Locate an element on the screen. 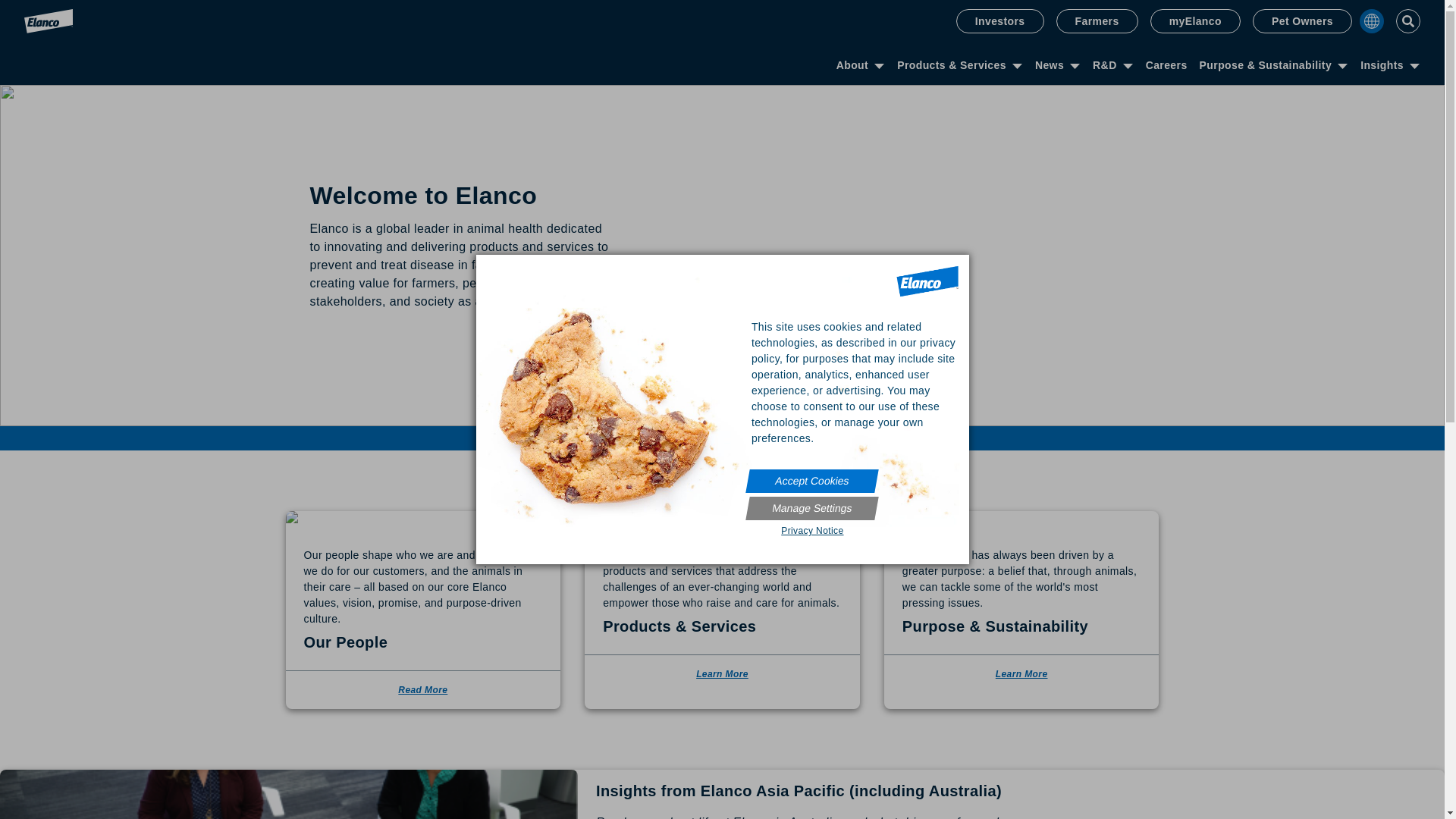  'About' is located at coordinates (852, 66).